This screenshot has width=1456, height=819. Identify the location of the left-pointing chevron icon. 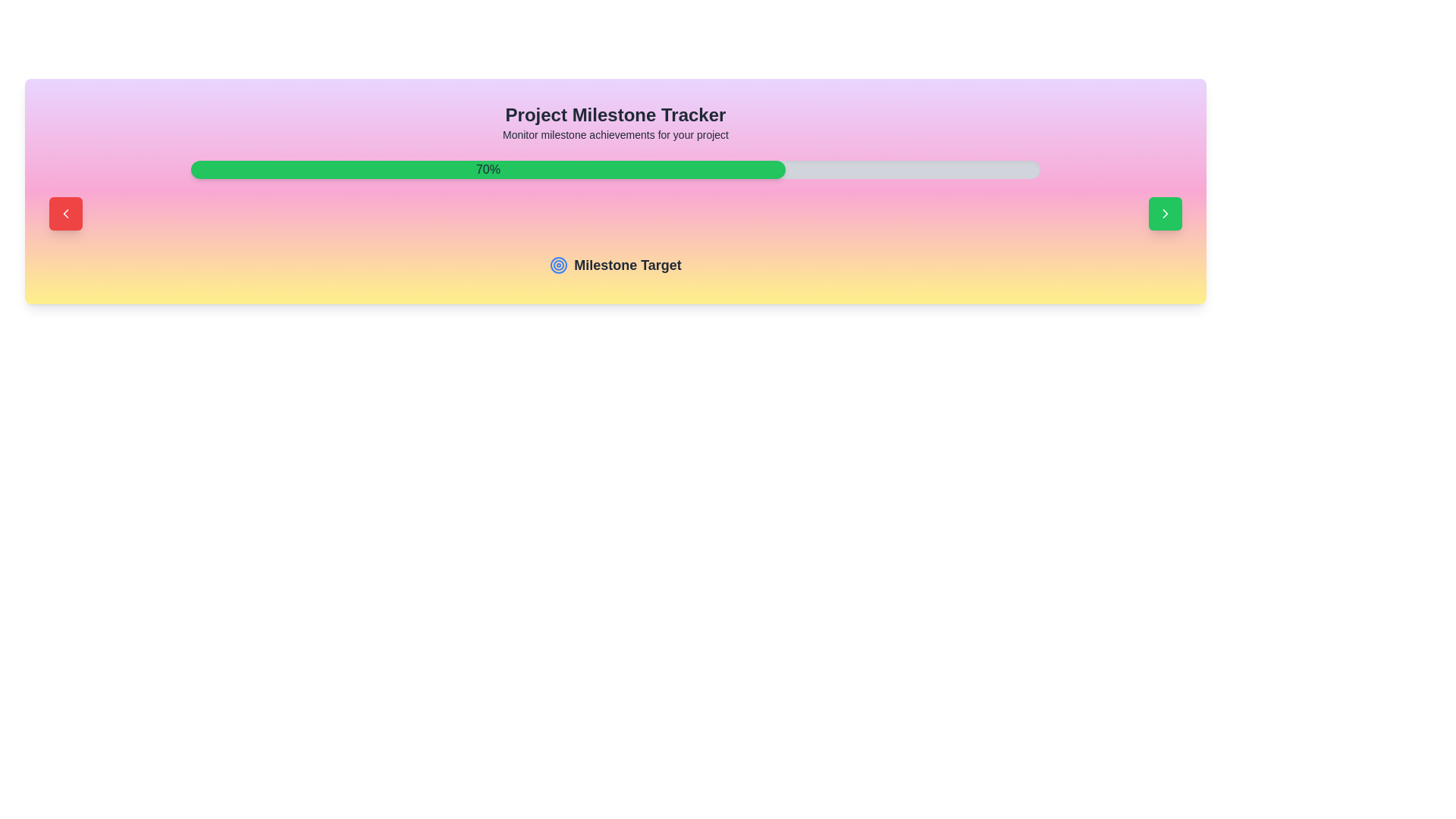
(64, 213).